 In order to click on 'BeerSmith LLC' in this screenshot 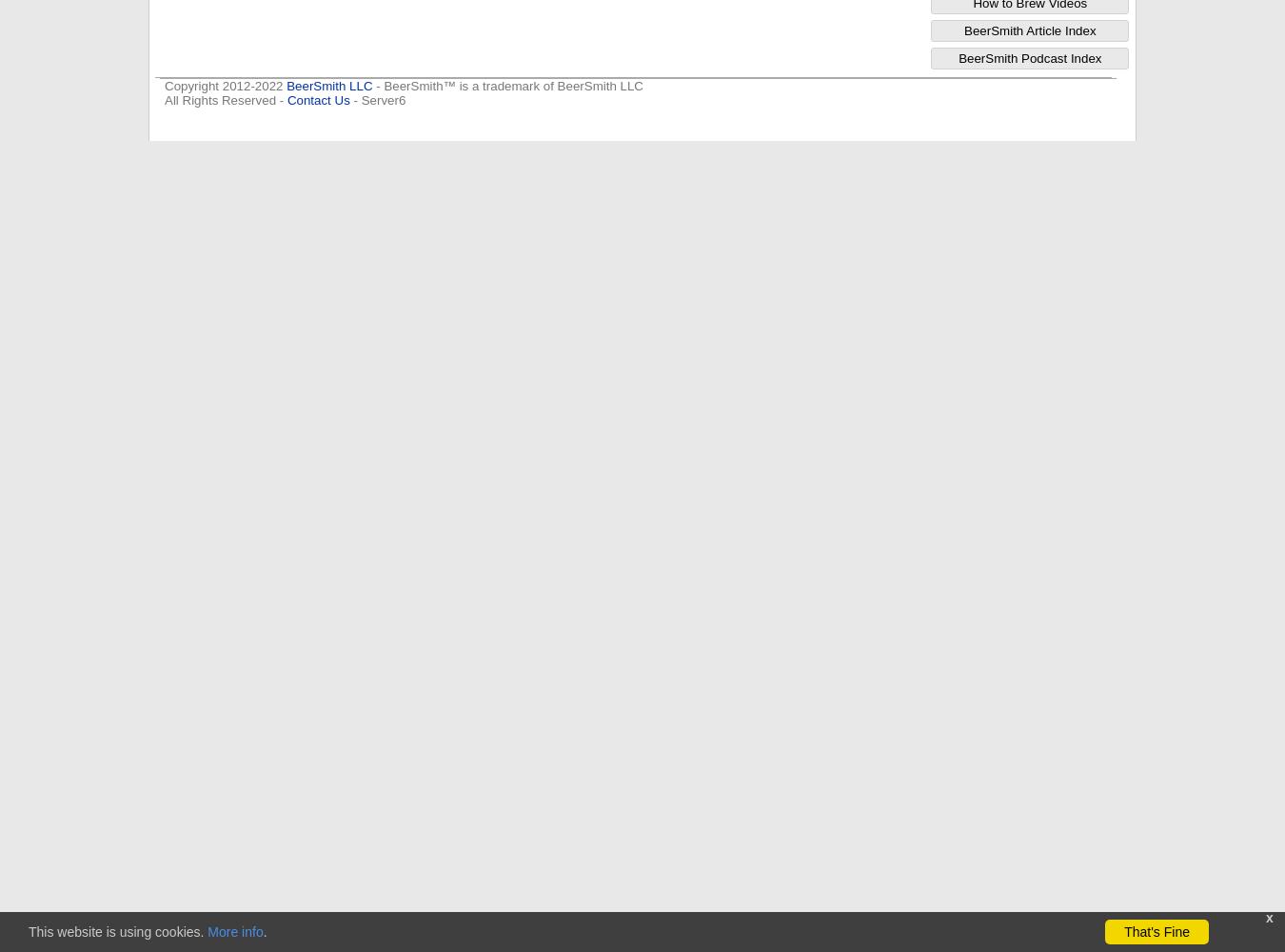, I will do `click(329, 84)`.